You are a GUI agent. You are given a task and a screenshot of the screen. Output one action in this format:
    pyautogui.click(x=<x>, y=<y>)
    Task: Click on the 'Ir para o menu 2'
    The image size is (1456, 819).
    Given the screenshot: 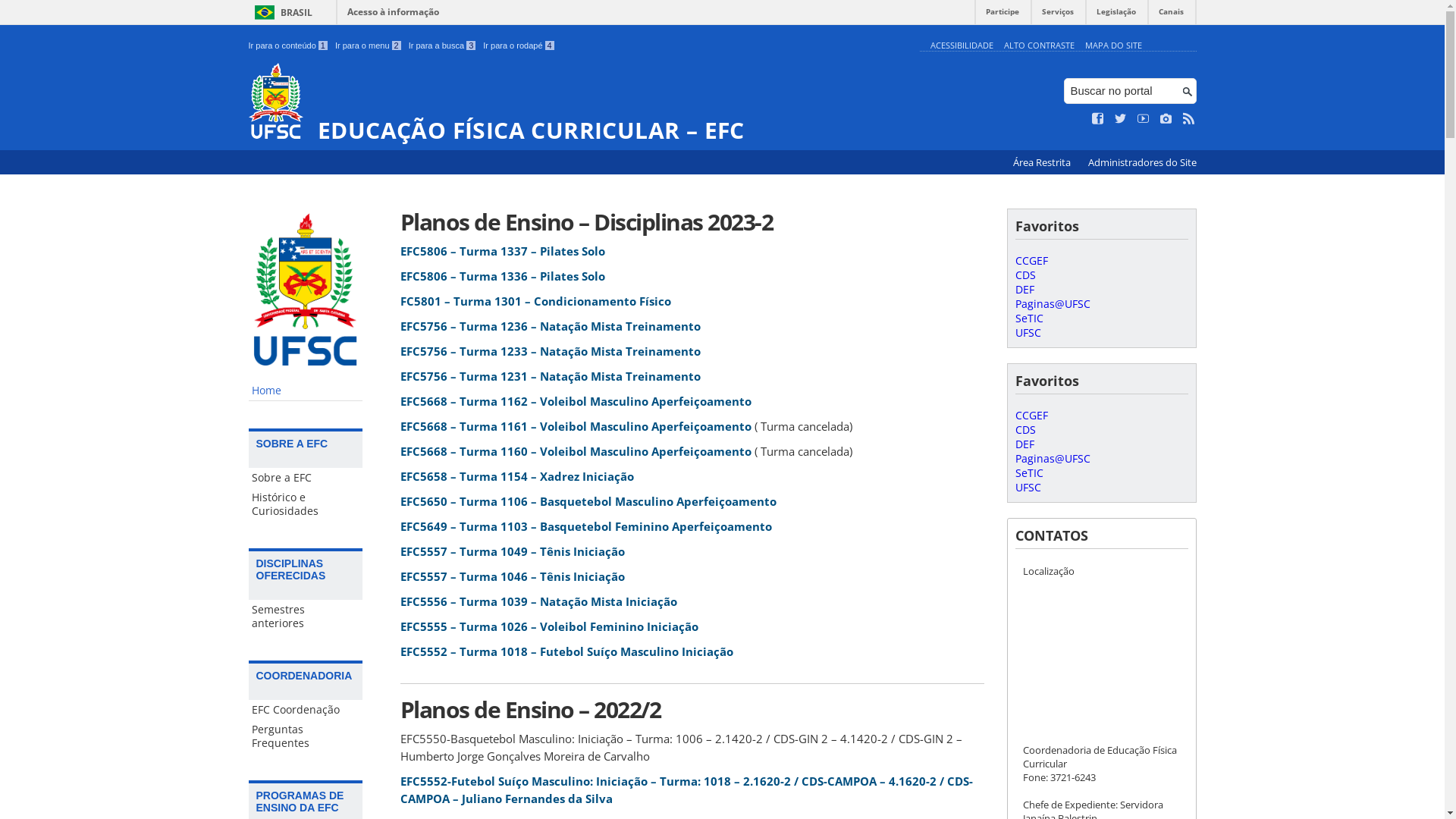 What is the action you would take?
    pyautogui.click(x=368, y=45)
    